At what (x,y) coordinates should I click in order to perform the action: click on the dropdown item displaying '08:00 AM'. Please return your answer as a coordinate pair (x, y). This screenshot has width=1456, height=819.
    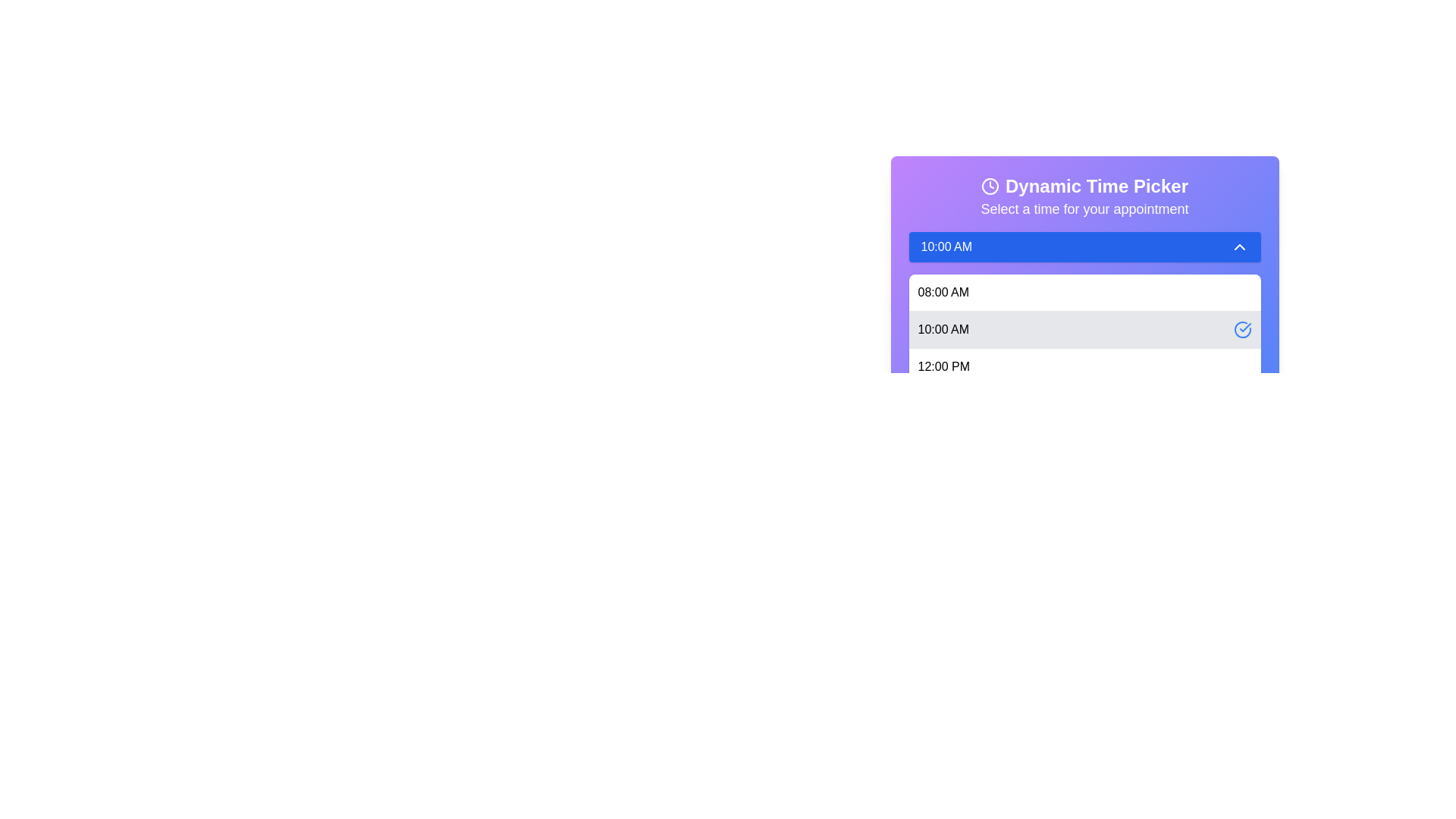
    Looking at the image, I should click on (1084, 292).